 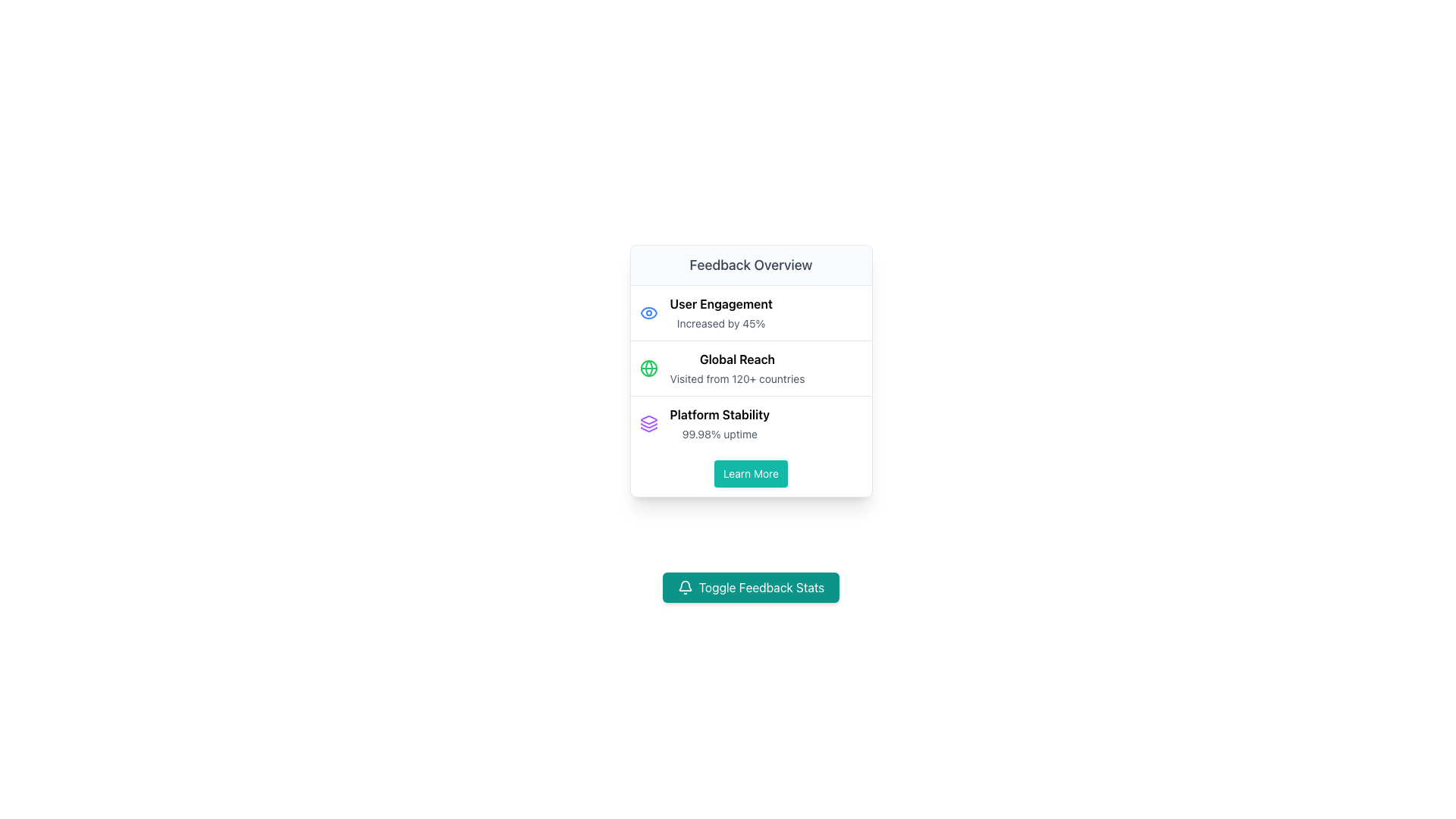 I want to click on the textual information block that provides operational stability details, located in the 'Feedback Overview' card, directly below 'Global Reach' and above the 'Learn More' button, so click(x=719, y=424).